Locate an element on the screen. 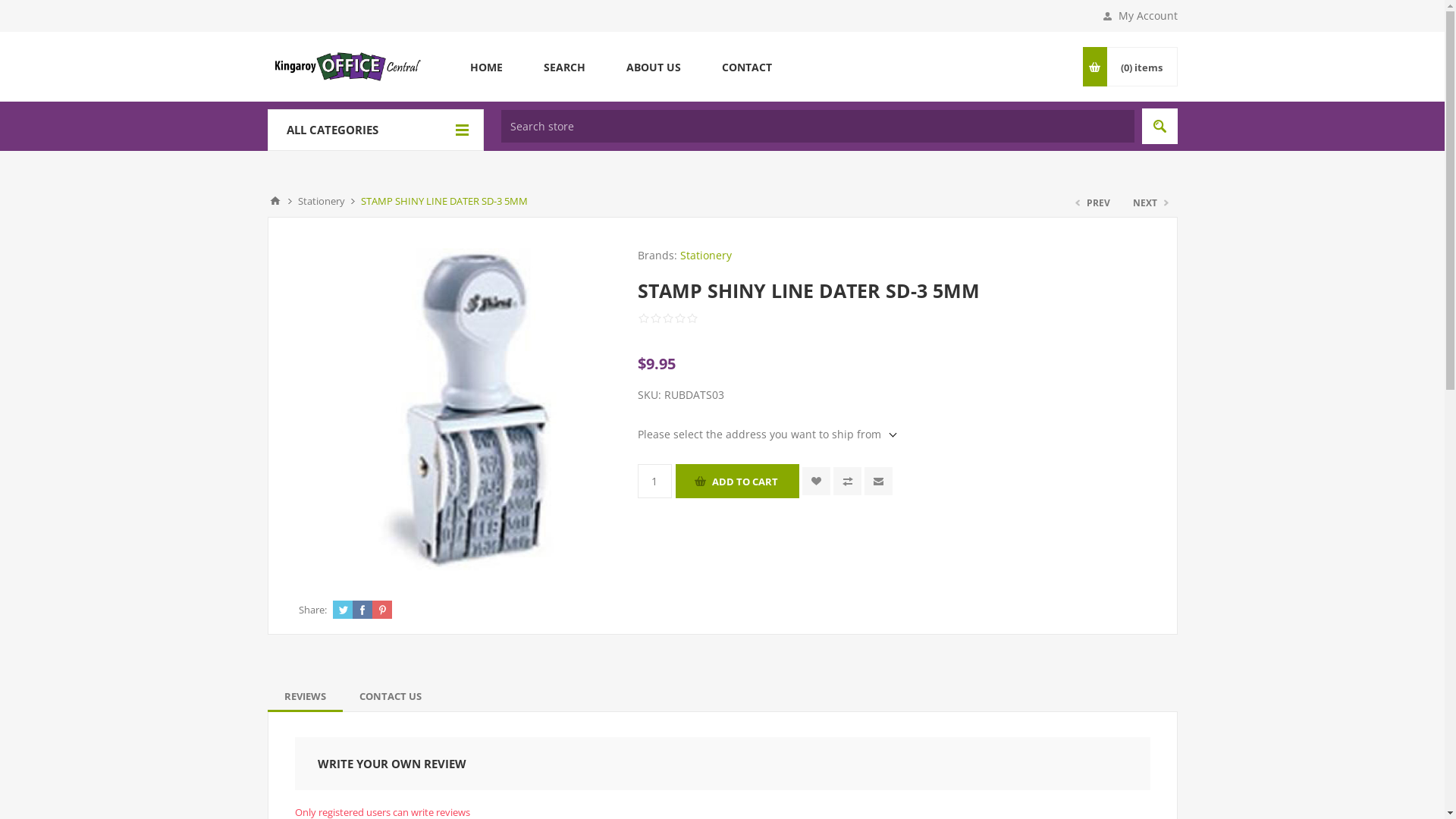 The width and height of the screenshot is (1456, 819). '(0) items' is located at coordinates (1141, 66).